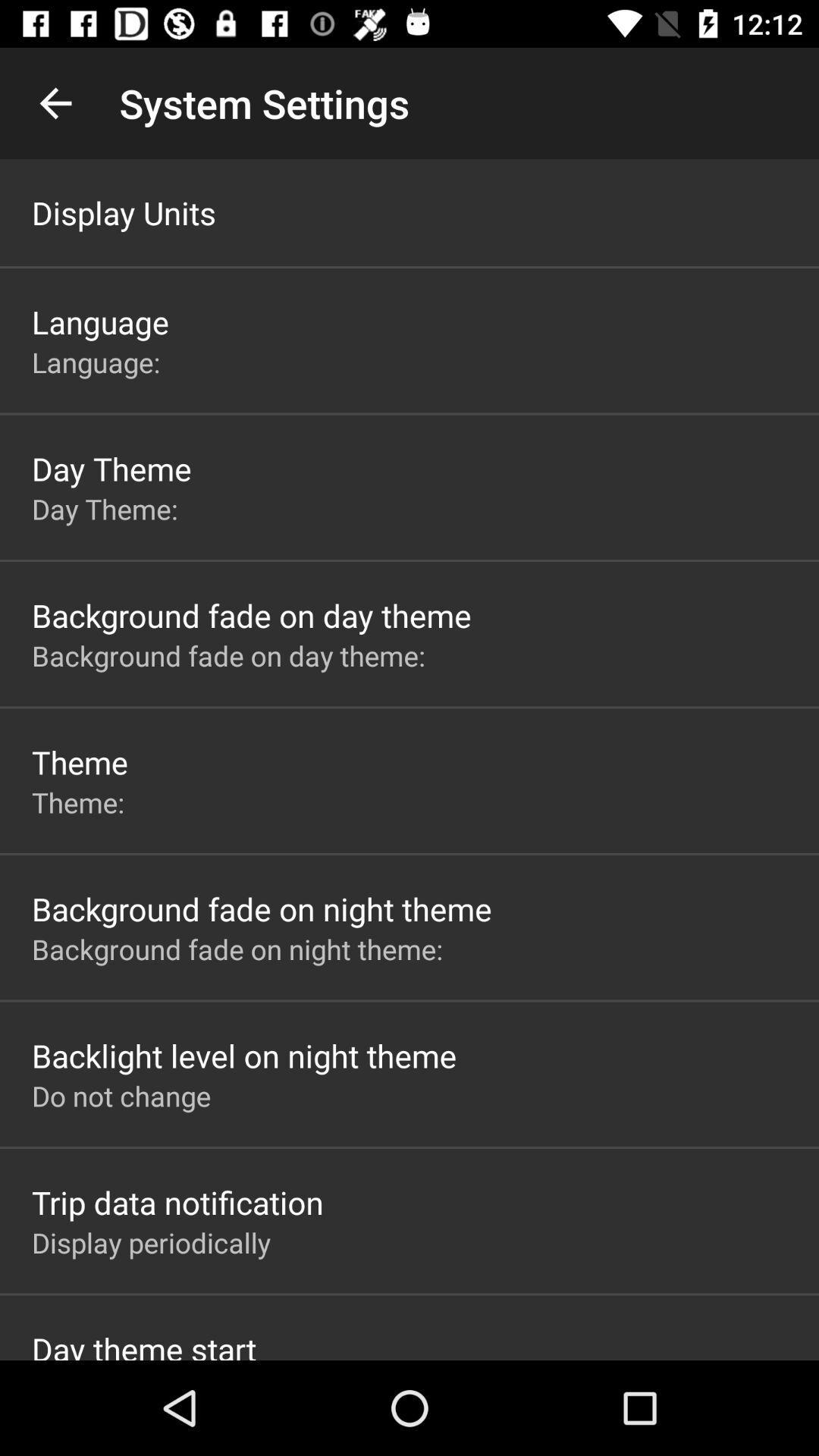  Describe the element at coordinates (121, 1096) in the screenshot. I see `do not change item` at that location.